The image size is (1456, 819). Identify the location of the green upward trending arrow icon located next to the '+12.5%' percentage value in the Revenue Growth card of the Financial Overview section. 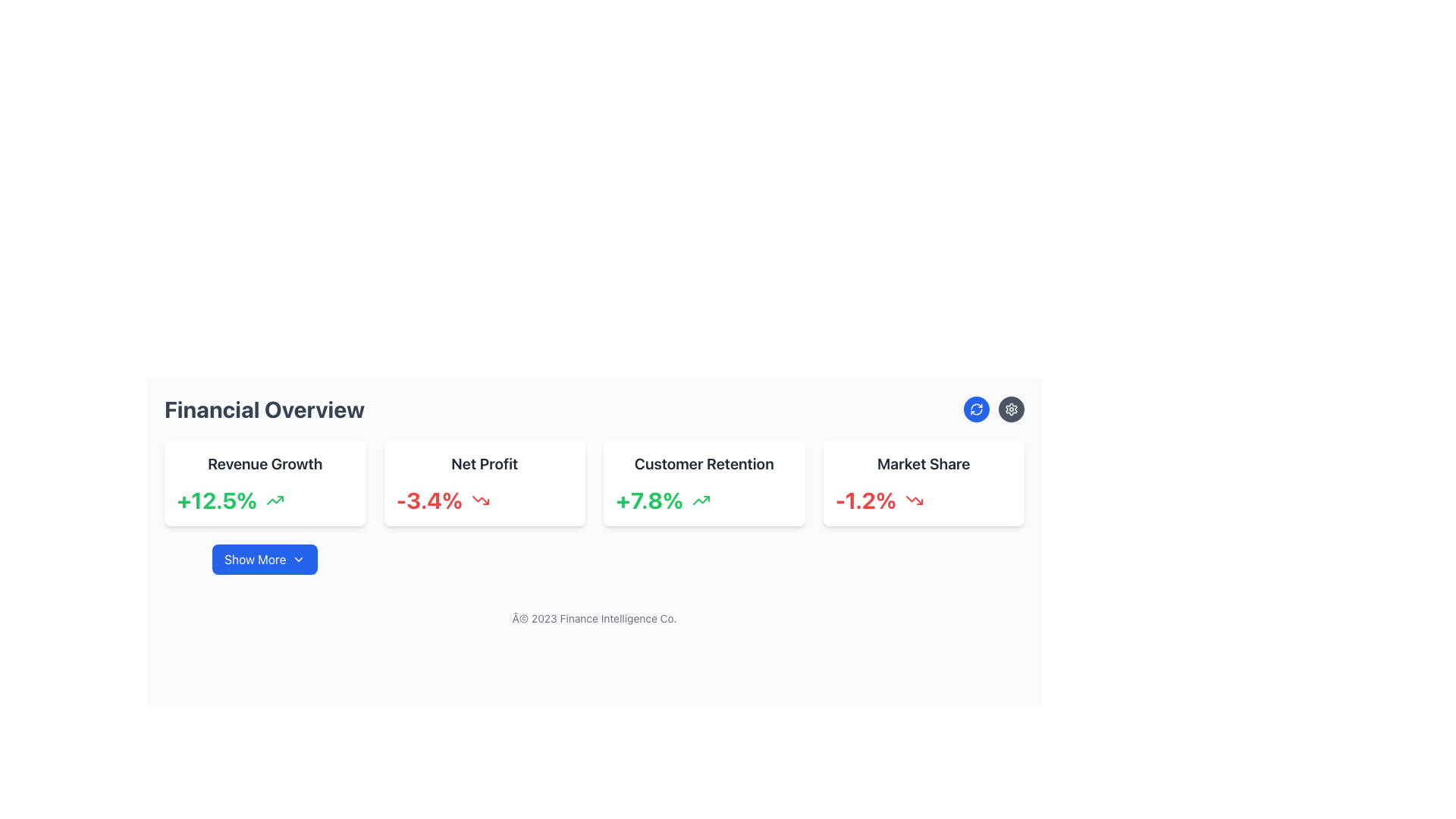
(275, 500).